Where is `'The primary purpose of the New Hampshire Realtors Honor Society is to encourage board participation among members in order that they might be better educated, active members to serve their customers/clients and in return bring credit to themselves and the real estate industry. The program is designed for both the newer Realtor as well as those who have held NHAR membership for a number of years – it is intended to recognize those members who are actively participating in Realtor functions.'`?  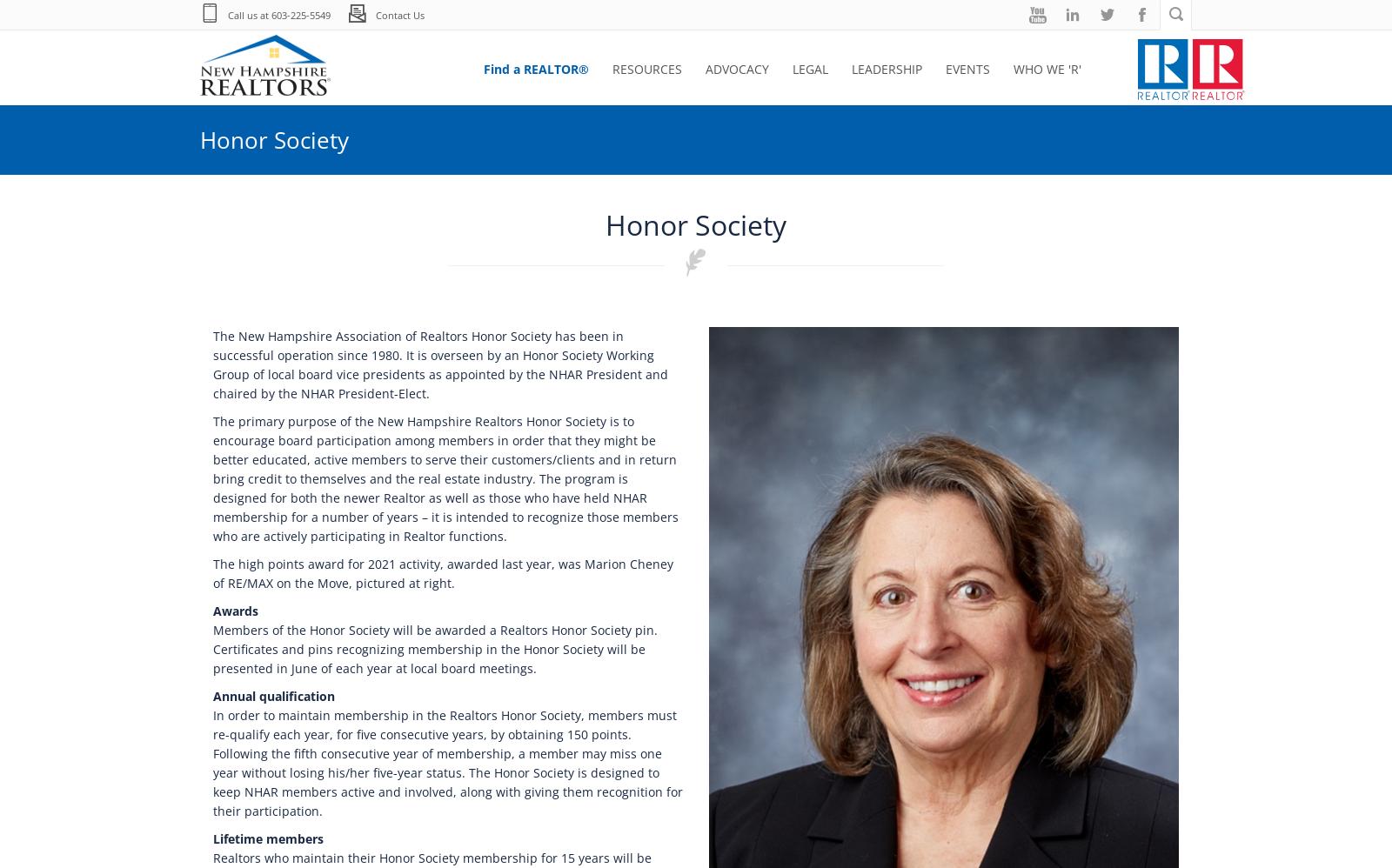
'The primary purpose of the New Hampshire Realtors Honor Society is to encourage board participation among members in order that they might be better educated, active members to serve their customers/clients and in return bring credit to themselves and the real estate industry. The program is designed for both the newer Realtor as well as those who have held NHAR membership for a number of years – it is intended to recognize those members who are actively participating in Realtor functions.' is located at coordinates (212, 477).